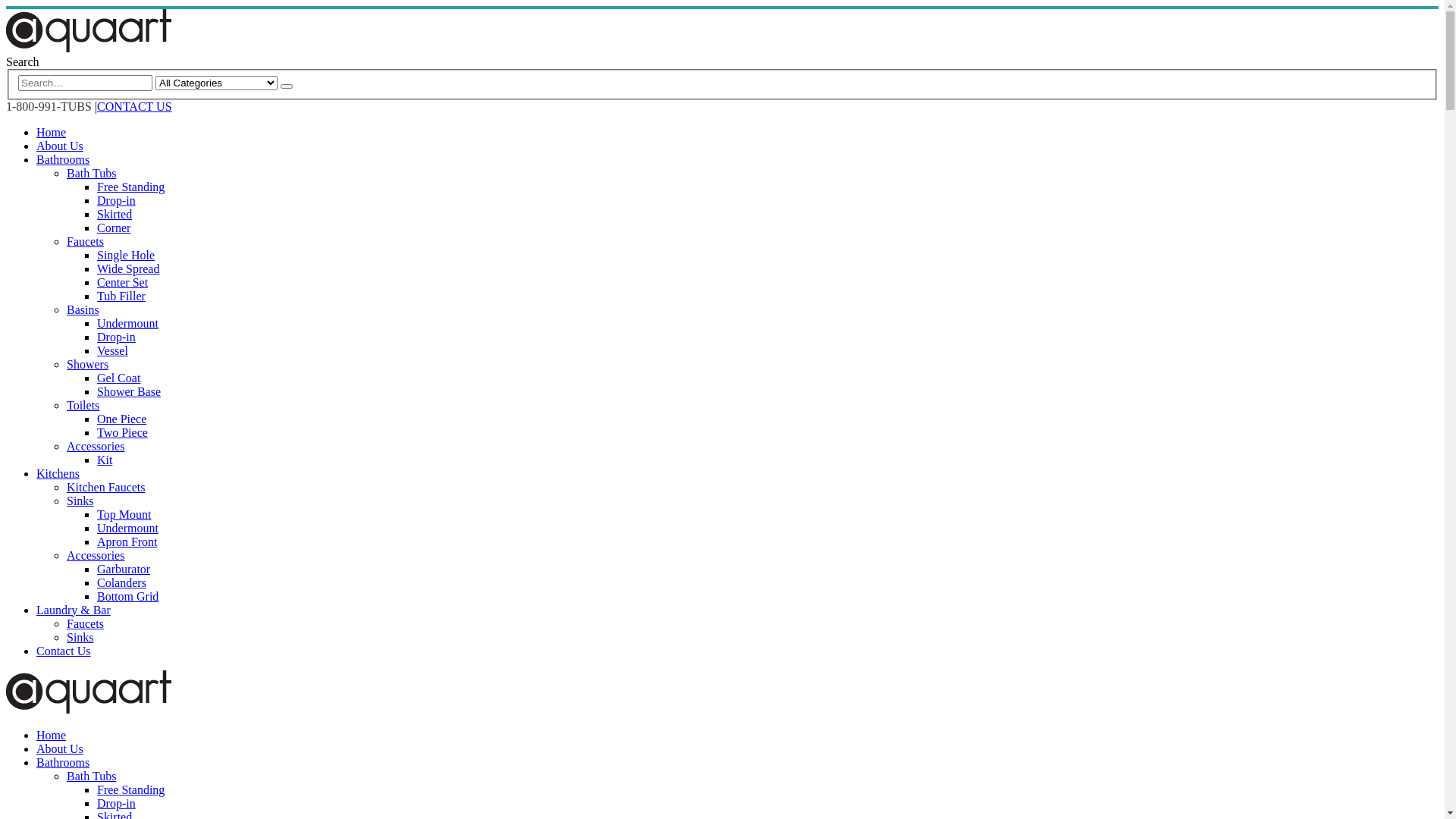  I want to click on 'Top Mount', so click(124, 513).